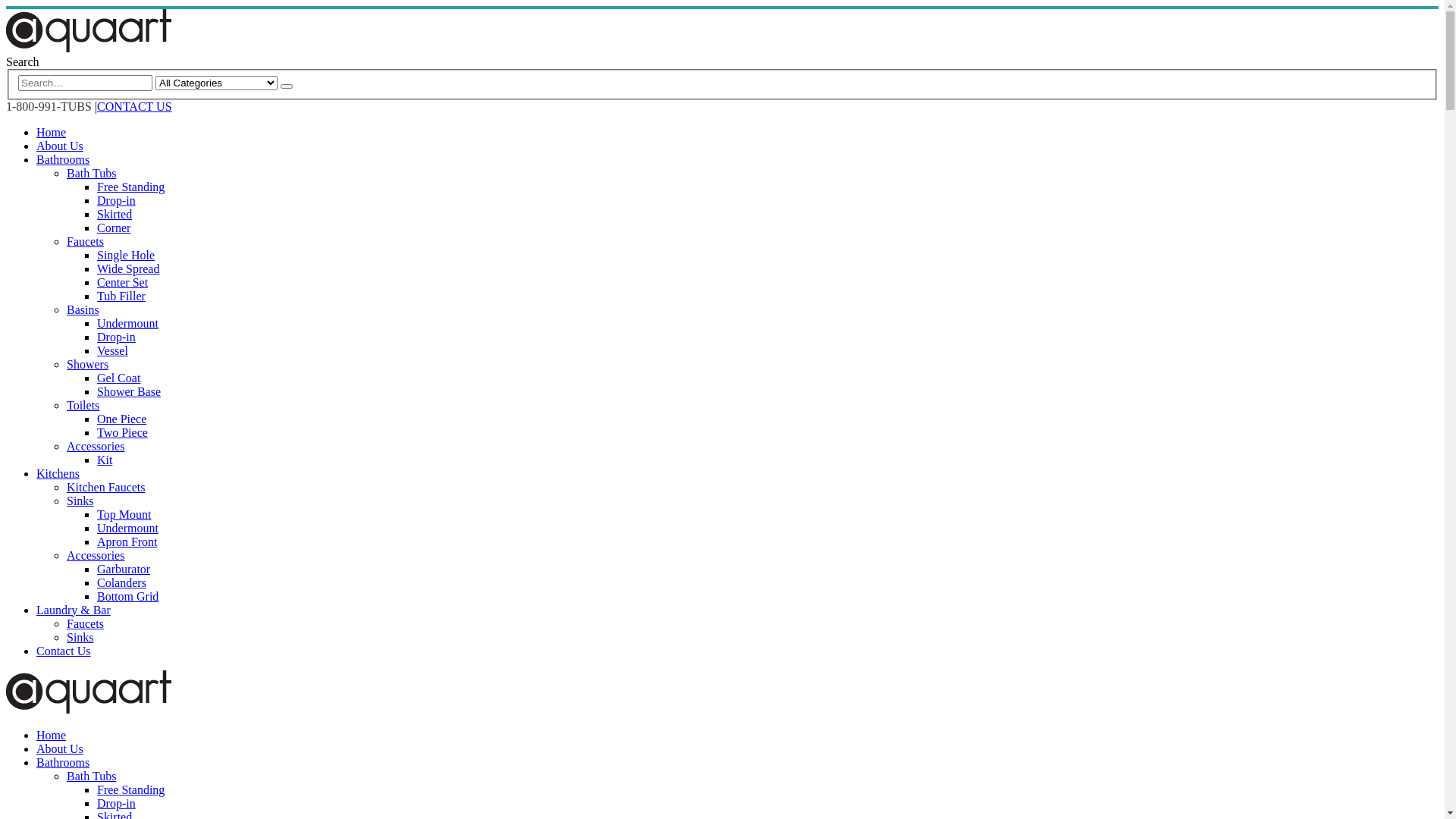  I want to click on 'Top Mount', so click(124, 513).